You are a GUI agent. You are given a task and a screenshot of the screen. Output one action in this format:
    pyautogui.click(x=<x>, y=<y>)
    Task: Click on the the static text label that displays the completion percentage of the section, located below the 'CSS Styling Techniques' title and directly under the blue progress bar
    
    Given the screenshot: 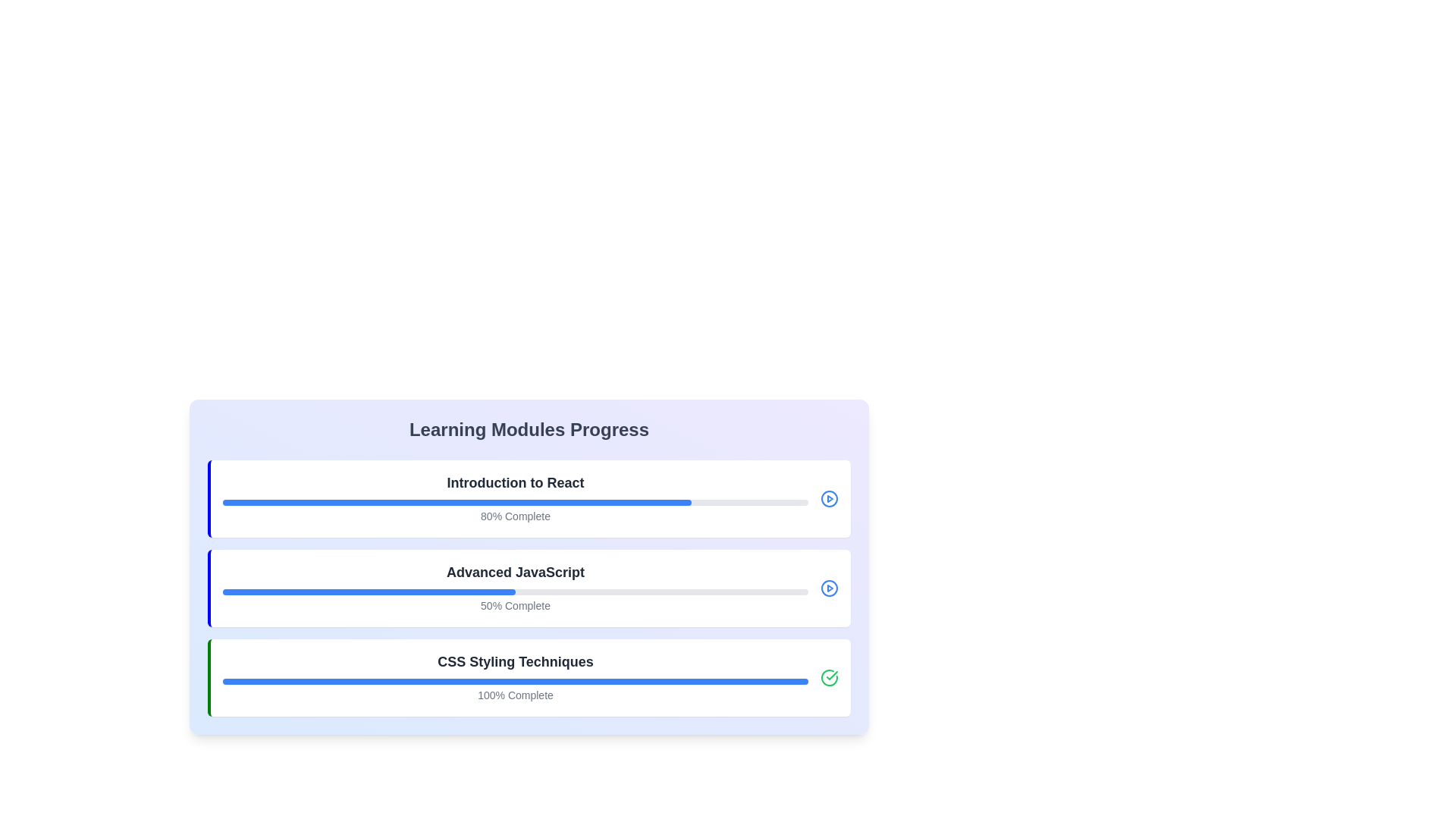 What is the action you would take?
    pyautogui.click(x=516, y=695)
    